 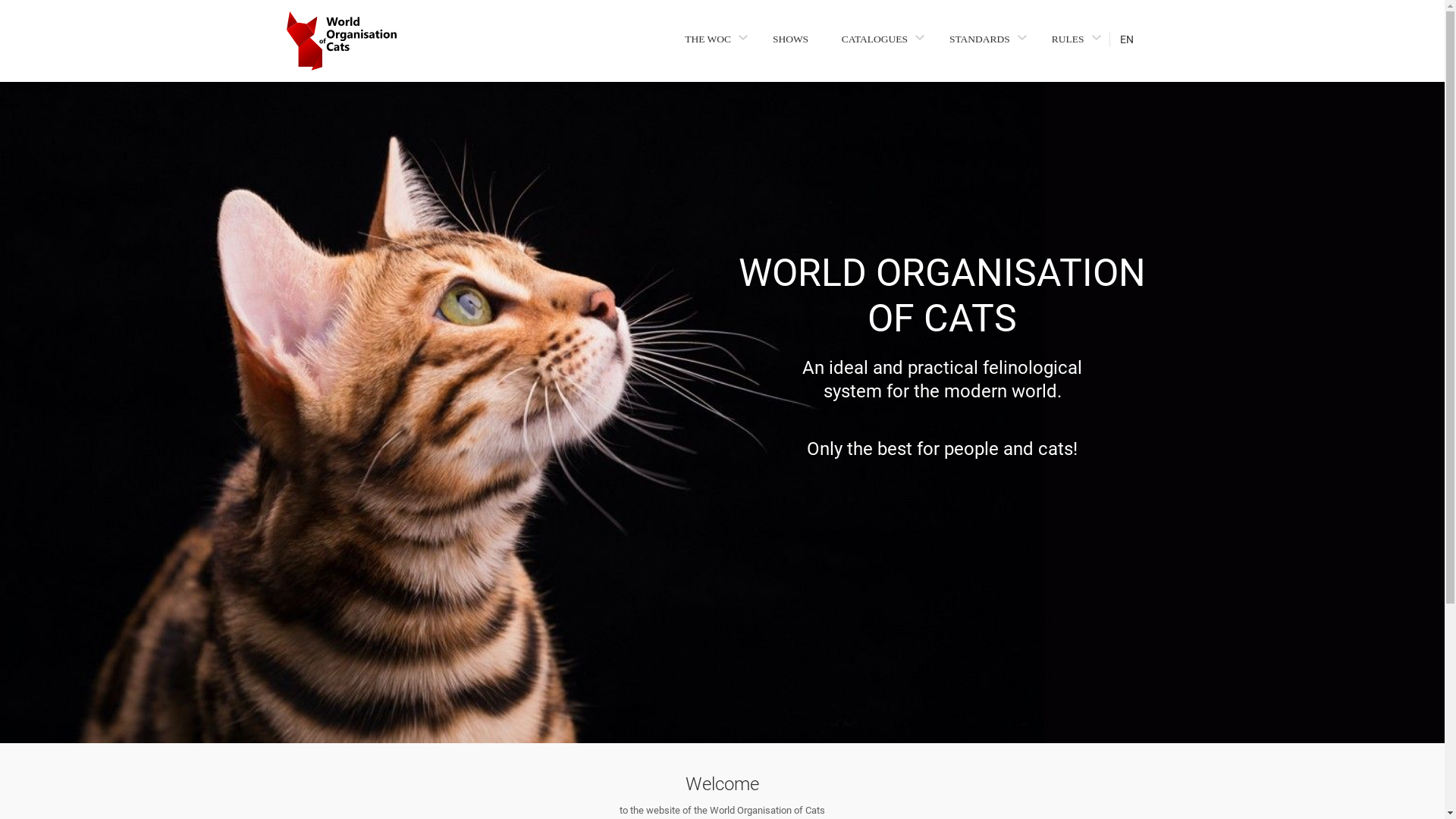 What do you see at coordinates (711, 38) in the screenshot?
I see `'THE WOC'` at bounding box center [711, 38].